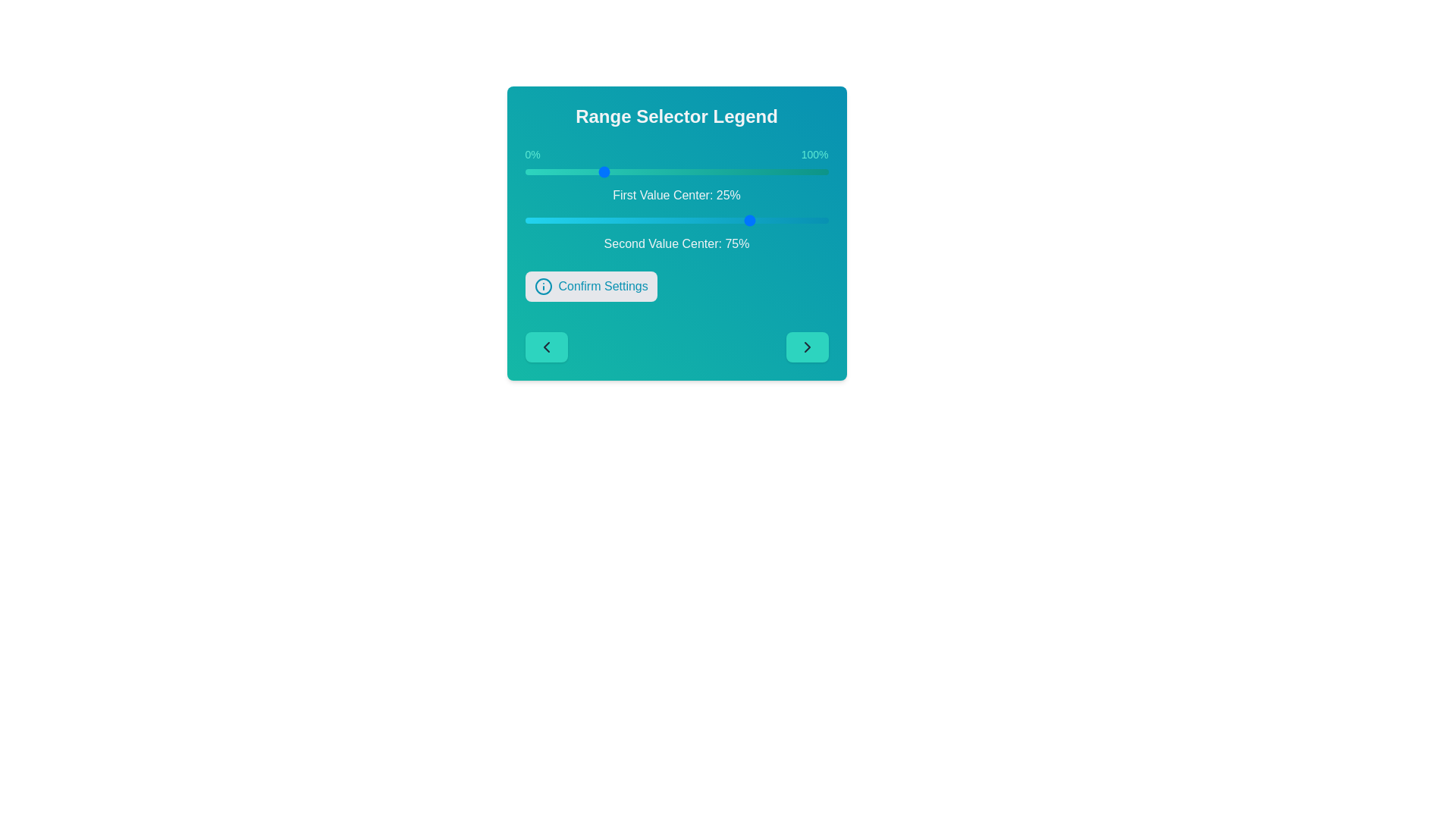  I want to click on the teal button with a leftward chevron icon, so click(546, 347).